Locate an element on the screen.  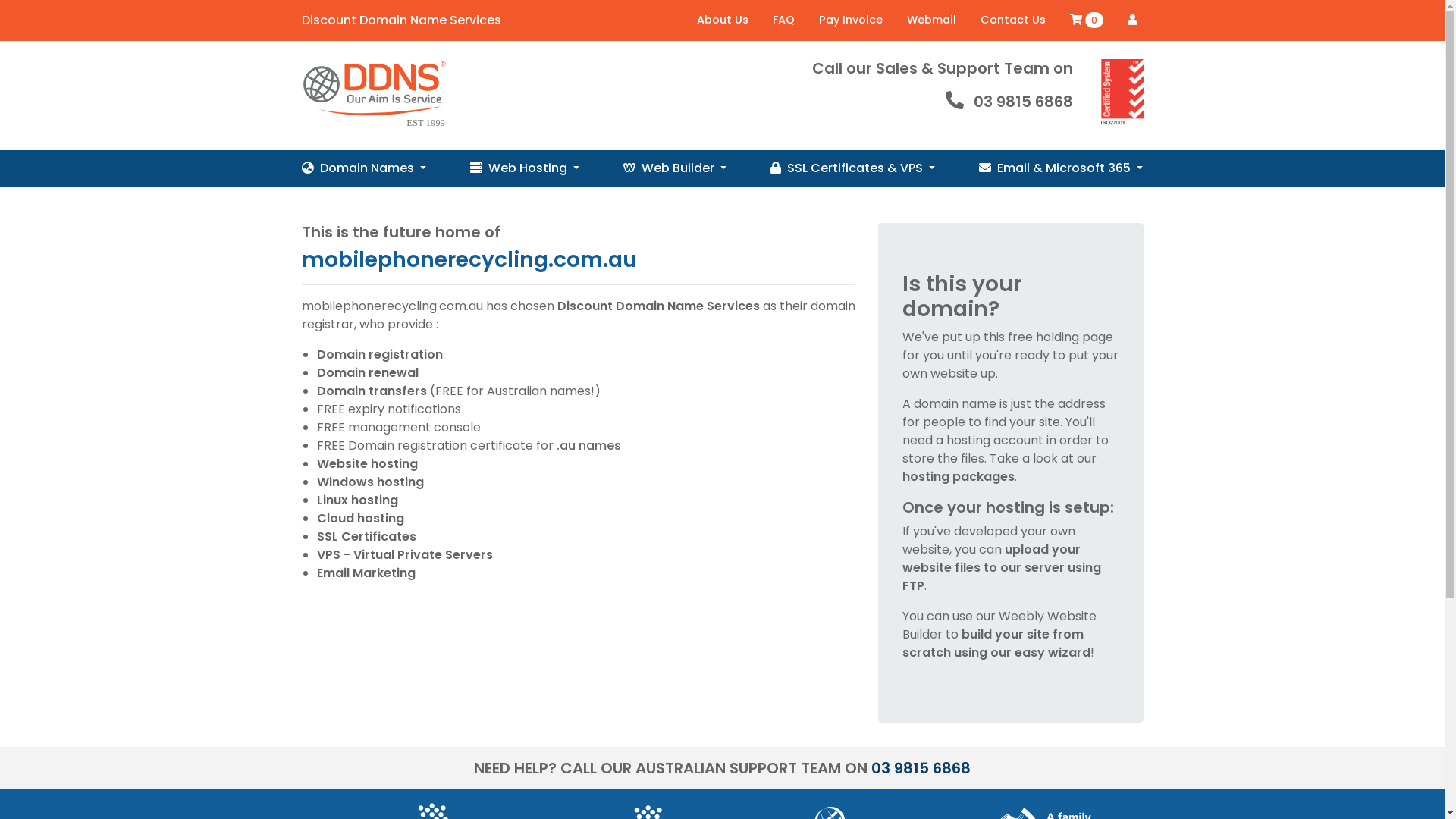
'Website hosting' is located at coordinates (367, 463).